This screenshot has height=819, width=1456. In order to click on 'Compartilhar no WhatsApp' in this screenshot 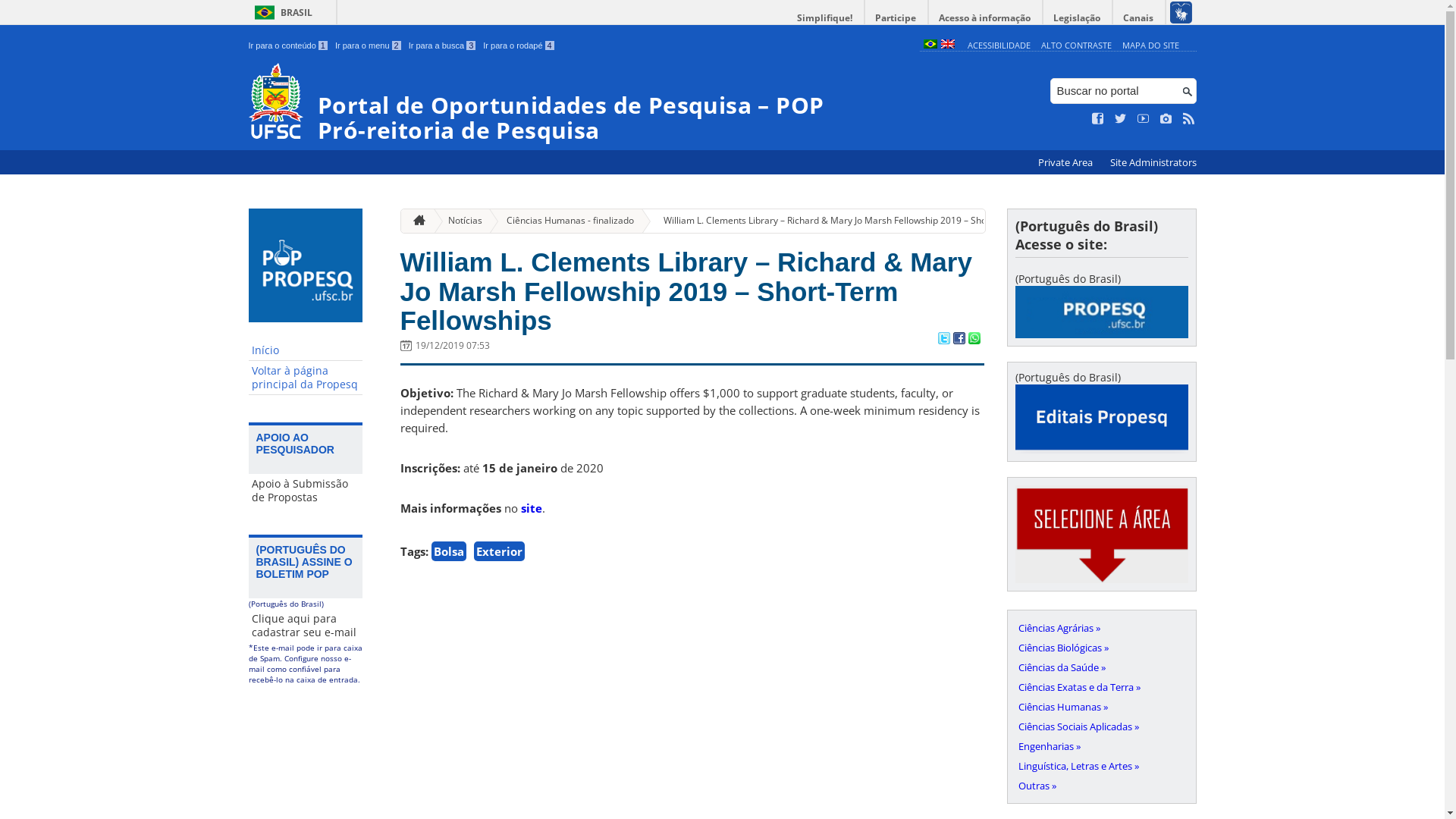, I will do `click(973, 338)`.